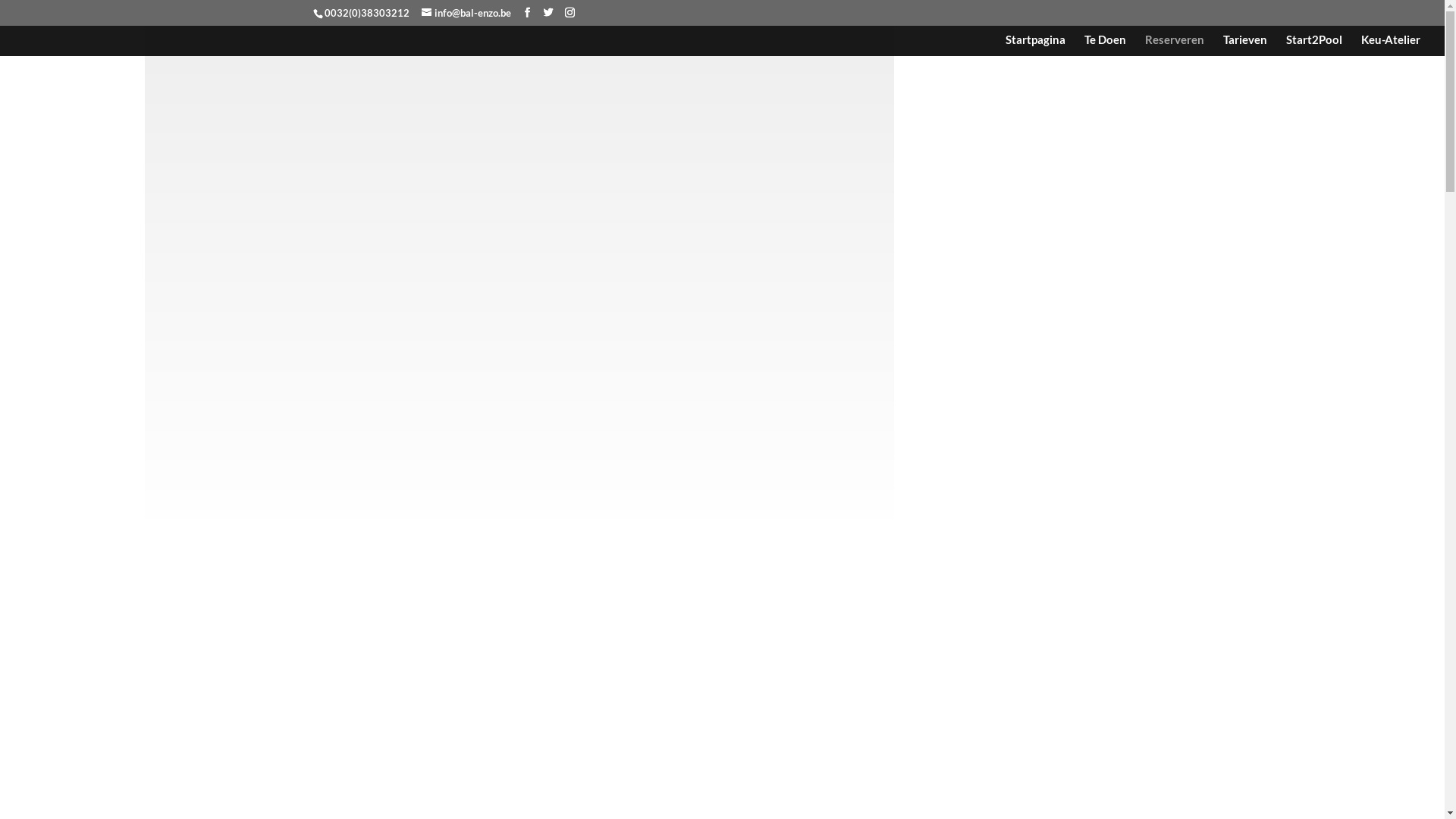 This screenshot has height=819, width=1456. Describe the element at coordinates (1105, 44) in the screenshot. I see `'Te Doen'` at that location.